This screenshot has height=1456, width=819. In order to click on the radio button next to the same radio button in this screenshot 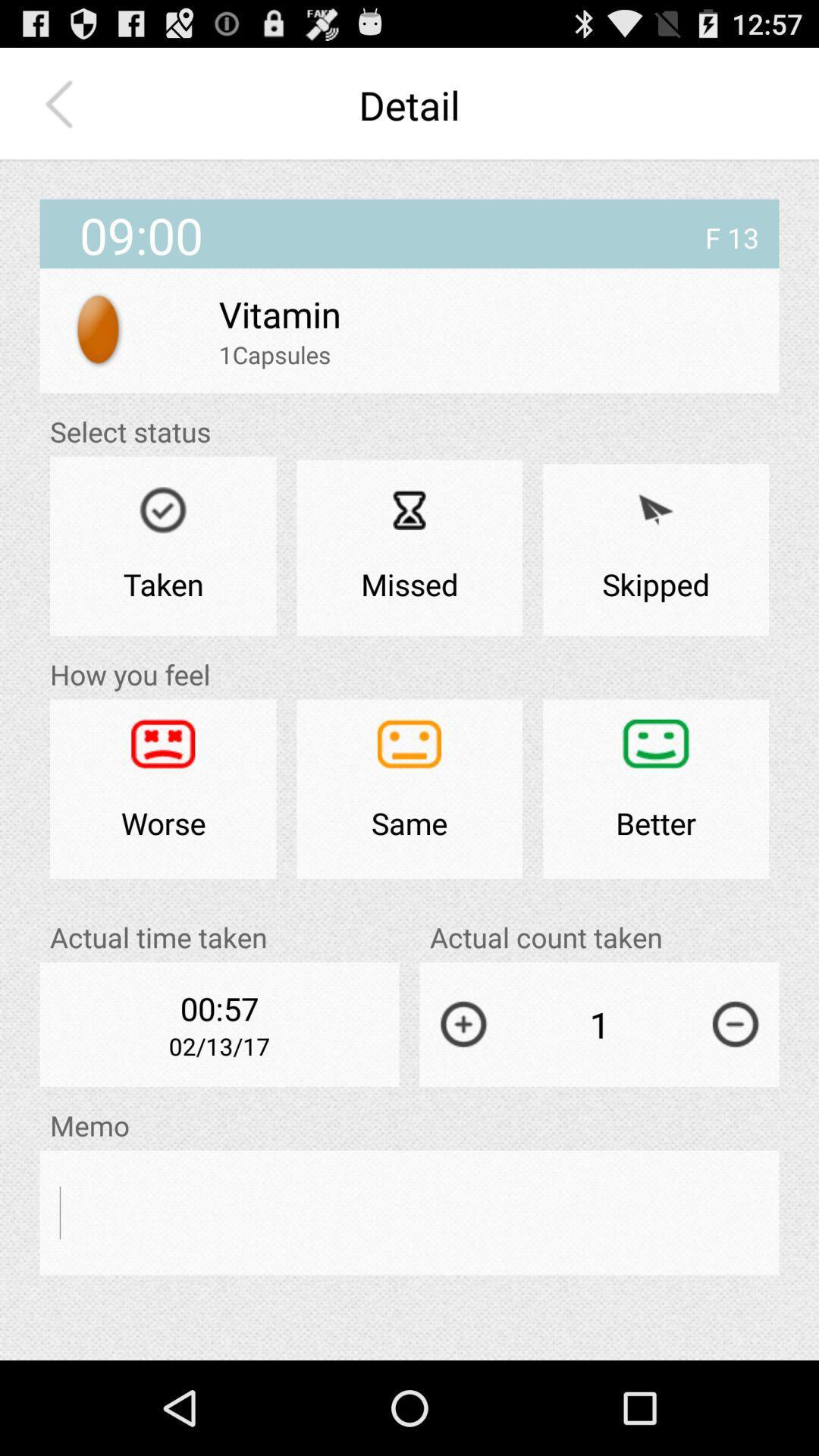, I will do `click(163, 789)`.